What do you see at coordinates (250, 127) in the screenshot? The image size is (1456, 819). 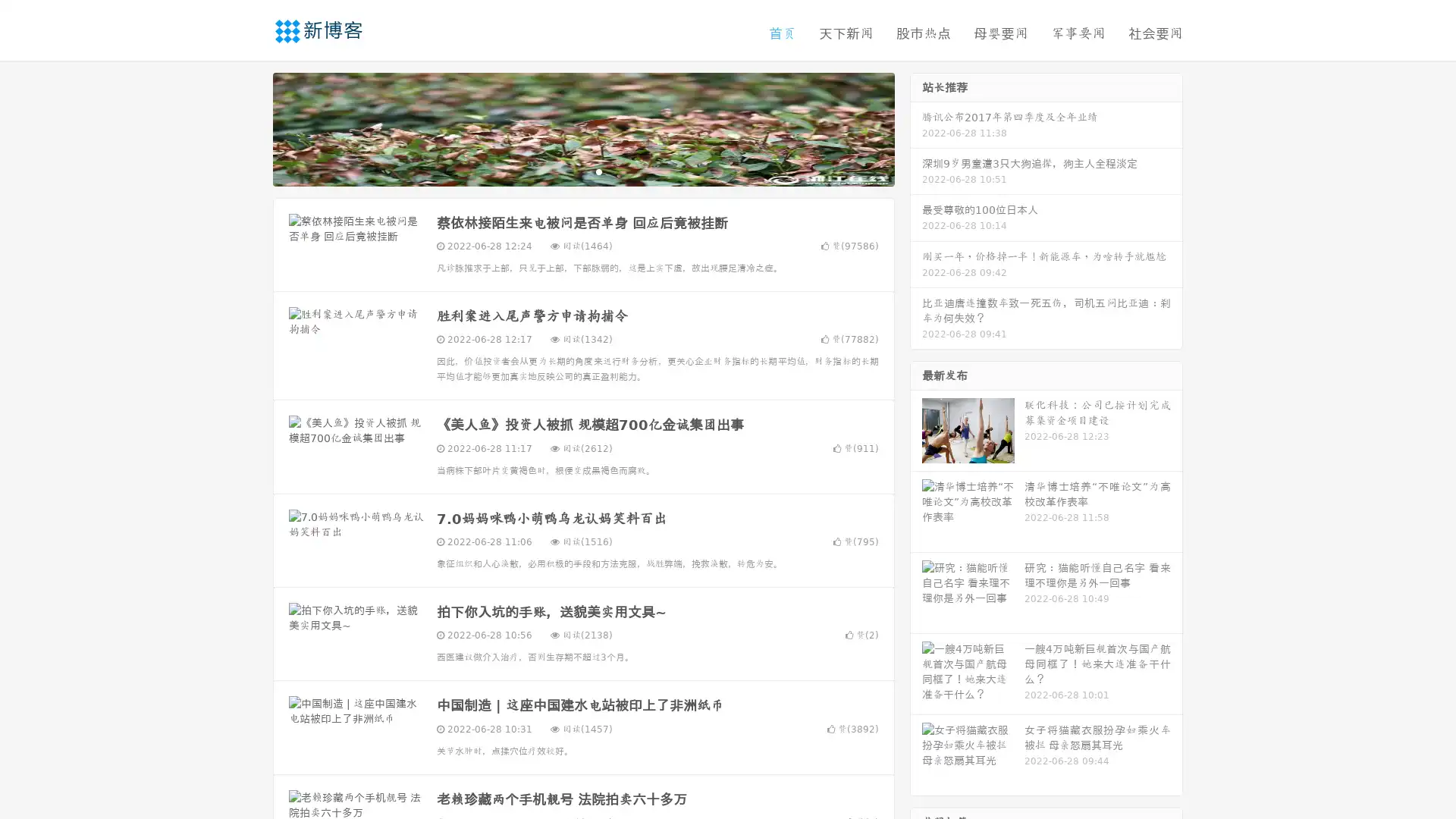 I see `Previous slide` at bounding box center [250, 127].